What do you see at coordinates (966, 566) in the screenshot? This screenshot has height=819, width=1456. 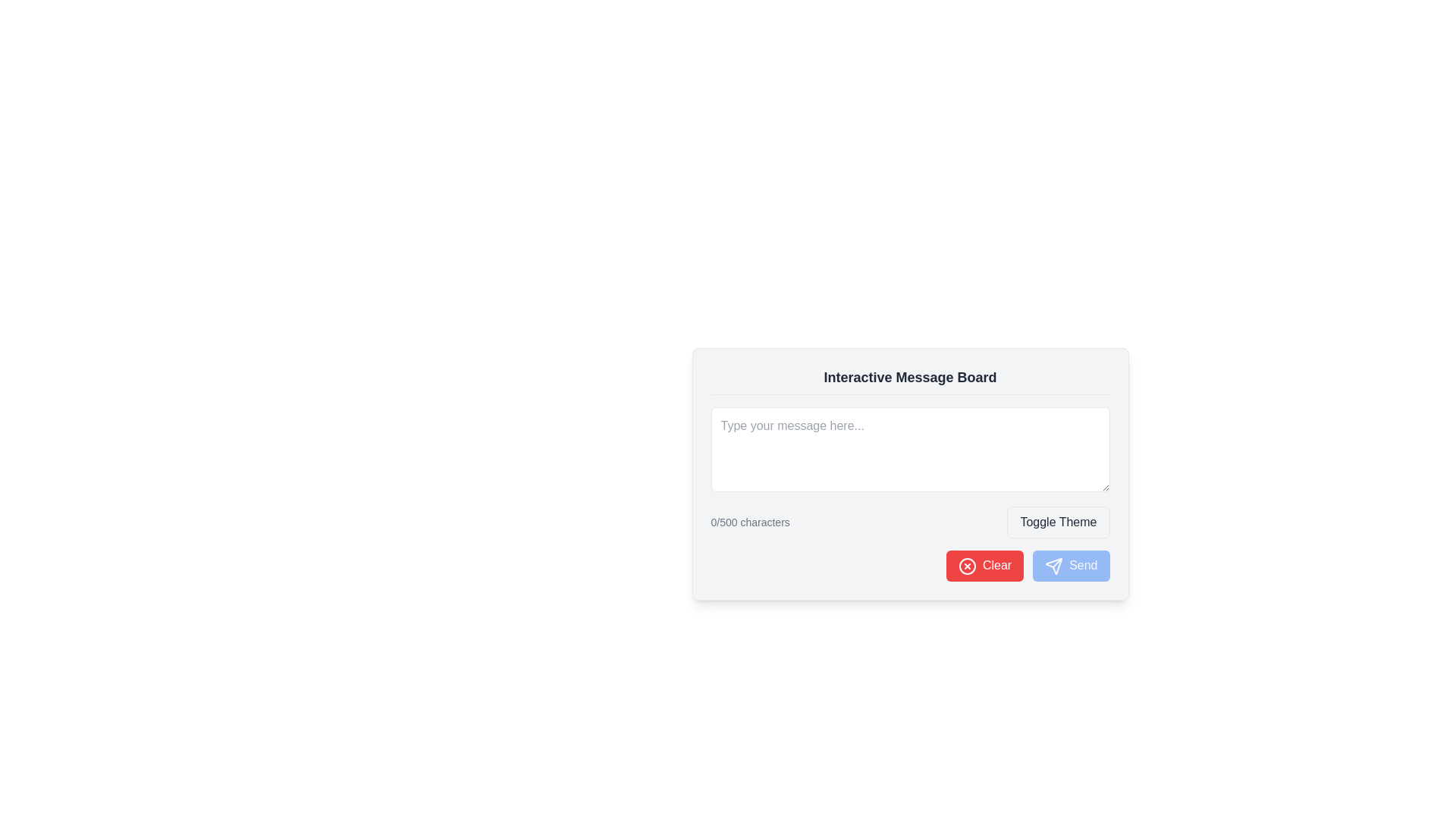 I see `the graphical design of the icon depicted as a circle with a cross inside, located within the 'Clear' button at the bottom right of the 'Interactive Message Board' interface` at bounding box center [966, 566].